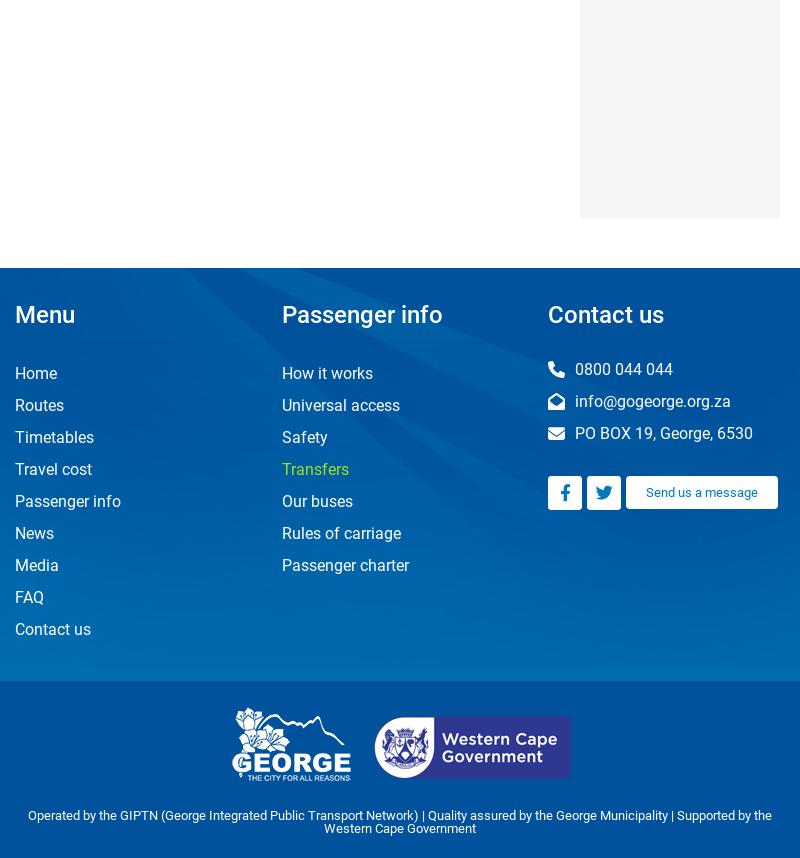  What do you see at coordinates (14, 372) in the screenshot?
I see `'Home'` at bounding box center [14, 372].